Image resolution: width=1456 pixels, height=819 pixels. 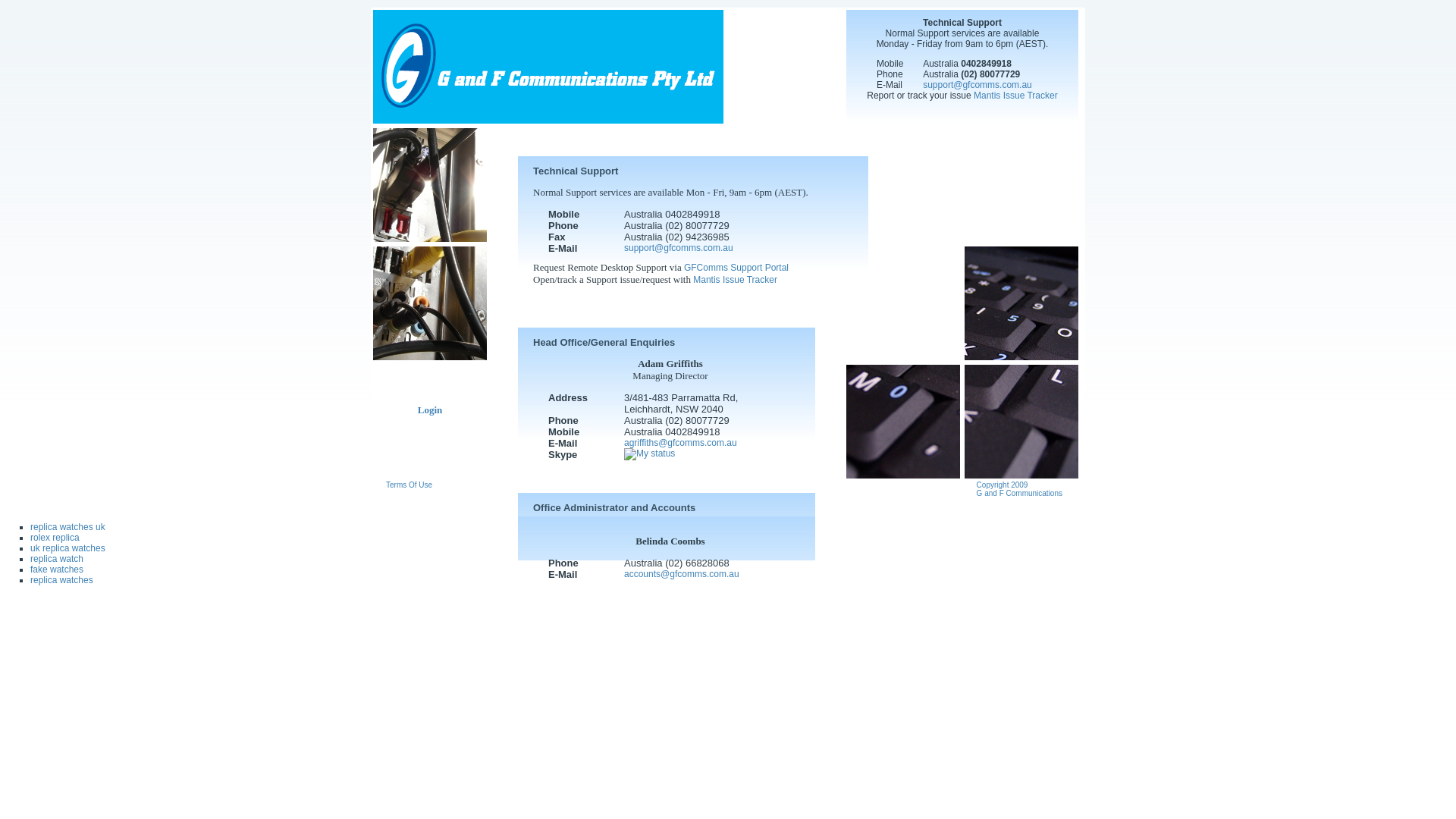 I want to click on 'Terms Of Use', so click(x=385, y=485).